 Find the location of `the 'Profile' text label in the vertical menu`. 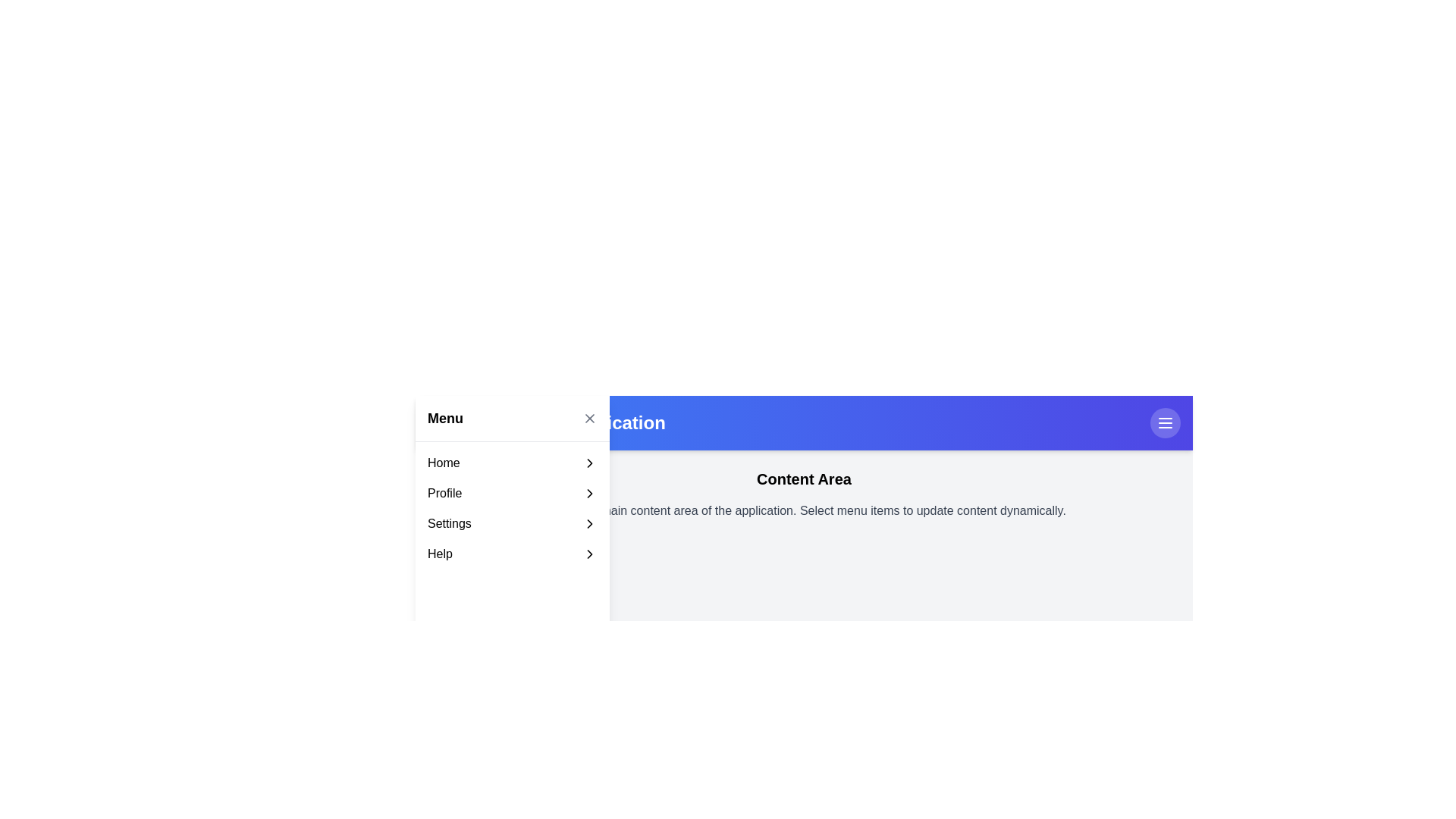

the 'Profile' text label in the vertical menu is located at coordinates (444, 494).